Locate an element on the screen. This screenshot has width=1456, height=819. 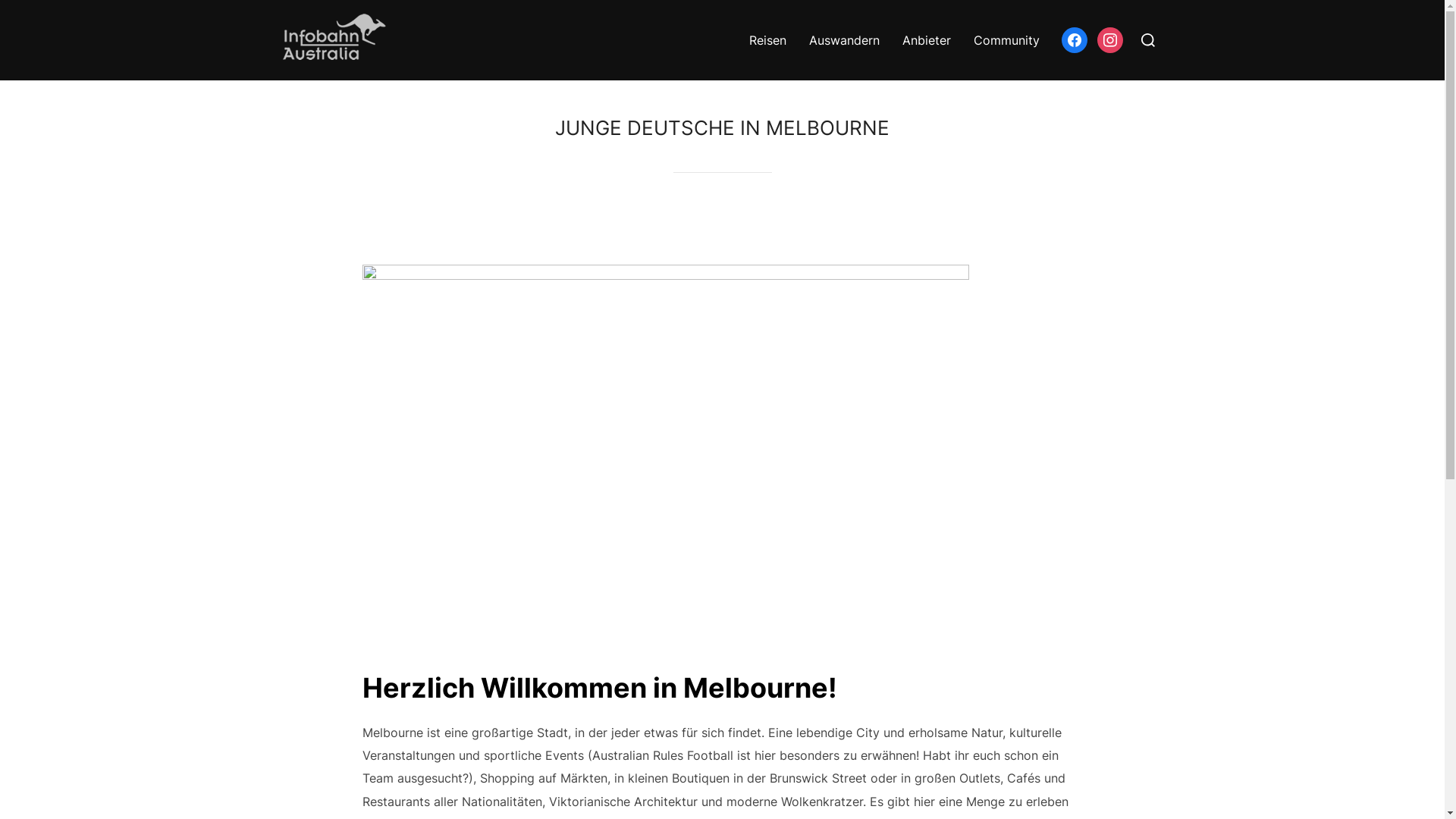
'Auswandern' is located at coordinates (843, 39).